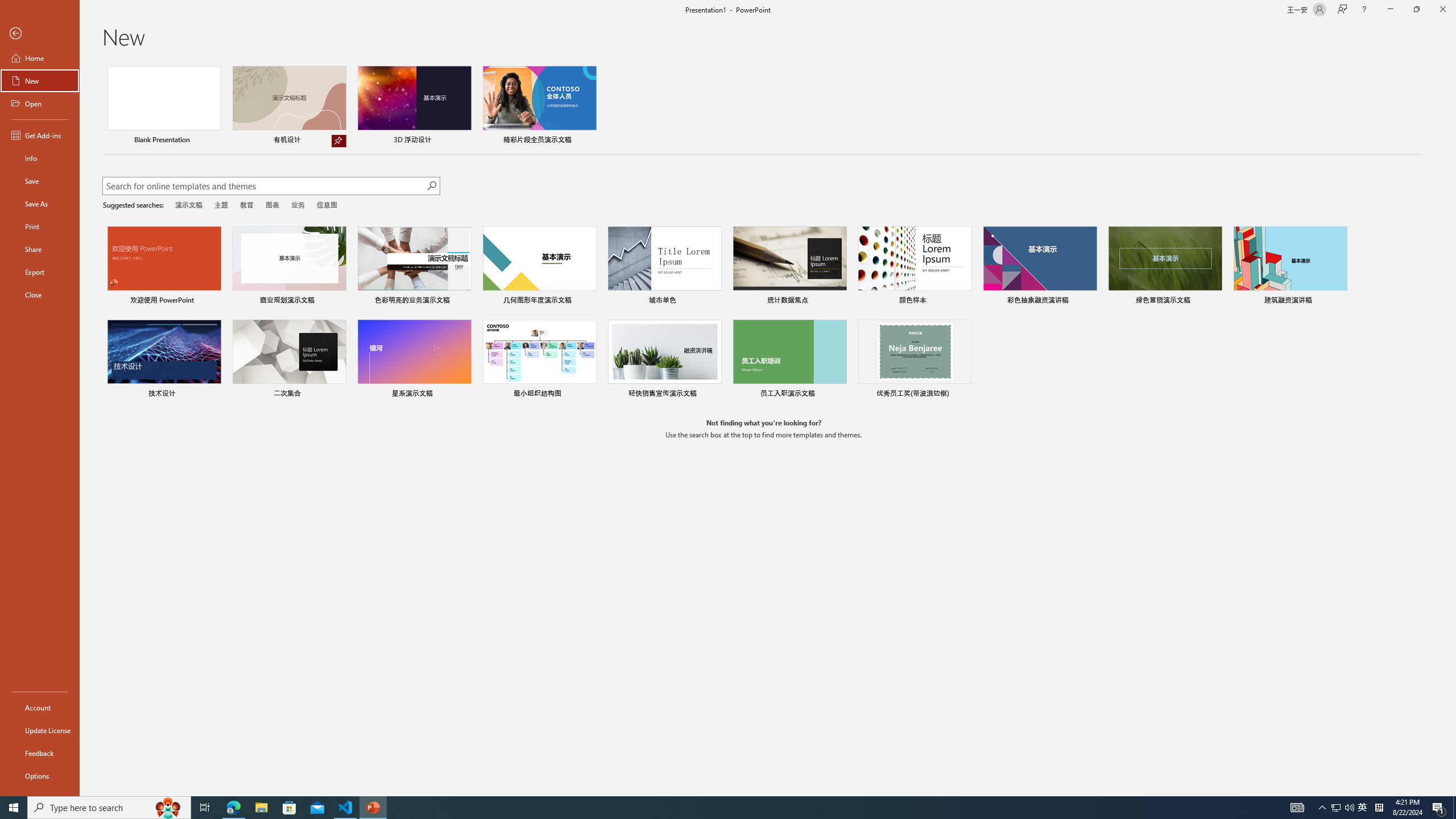  I want to click on 'Export', so click(39, 272).